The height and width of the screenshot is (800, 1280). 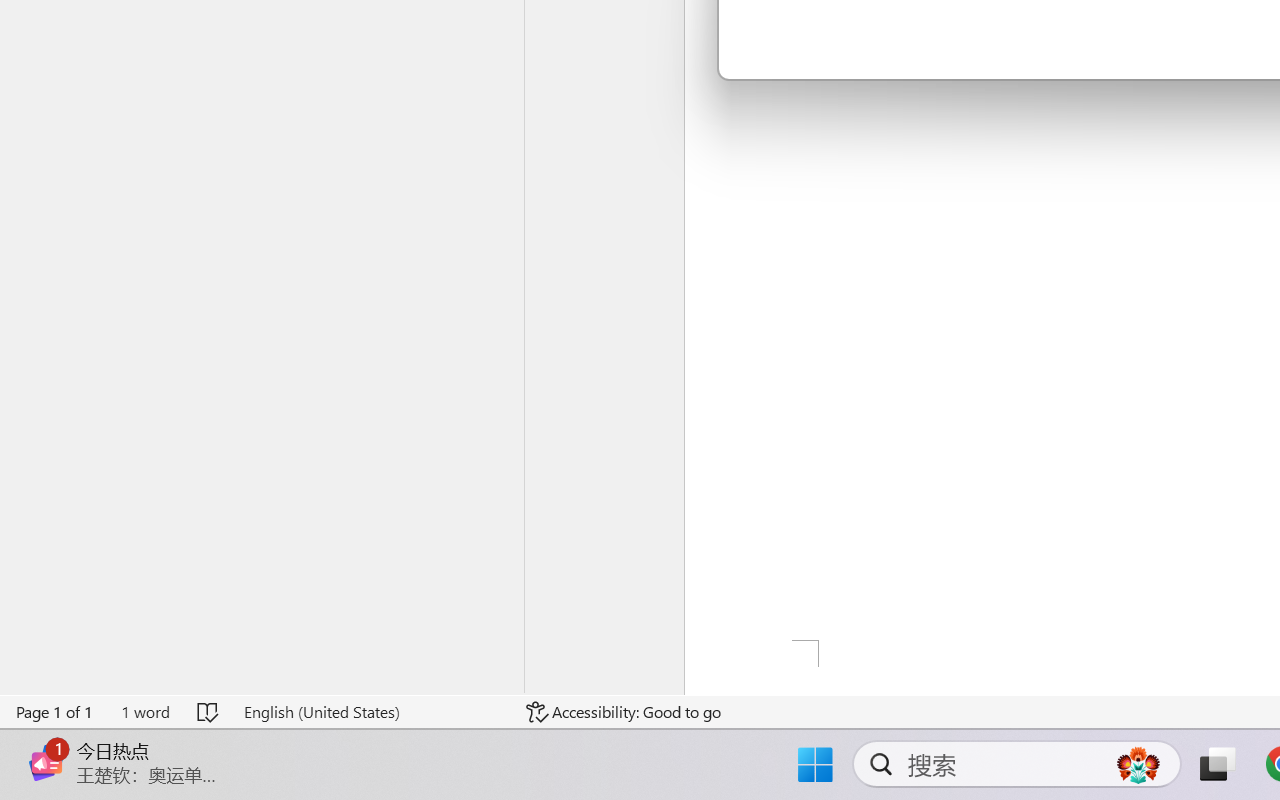 What do you see at coordinates (144, 711) in the screenshot?
I see `'Word Count 1 word'` at bounding box center [144, 711].